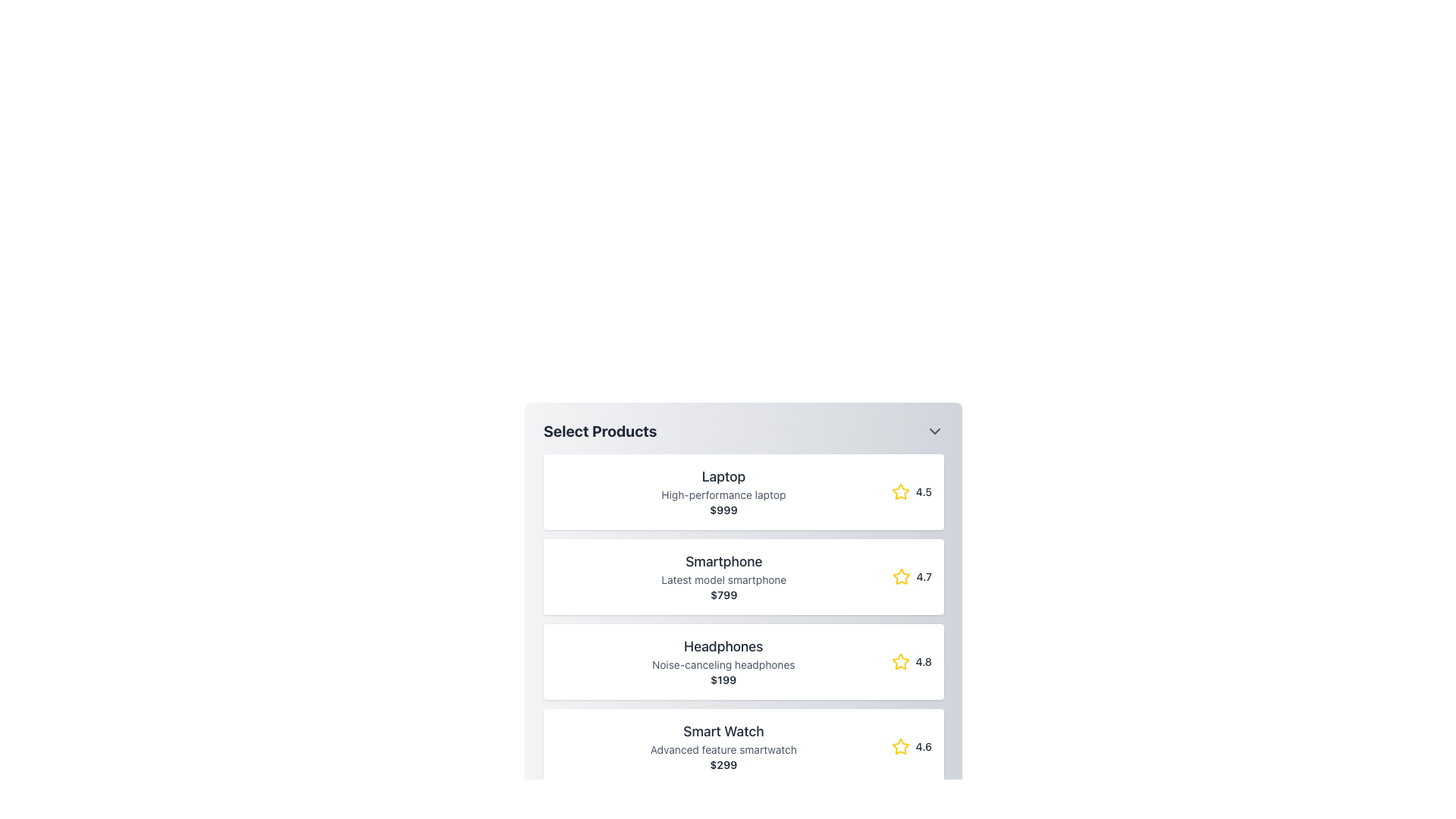 The height and width of the screenshot is (819, 1456). Describe the element at coordinates (723, 494) in the screenshot. I see `text content of the description label located below the bold text 'Laptop' and above the price '$999' within the product card for the laptop item` at that location.